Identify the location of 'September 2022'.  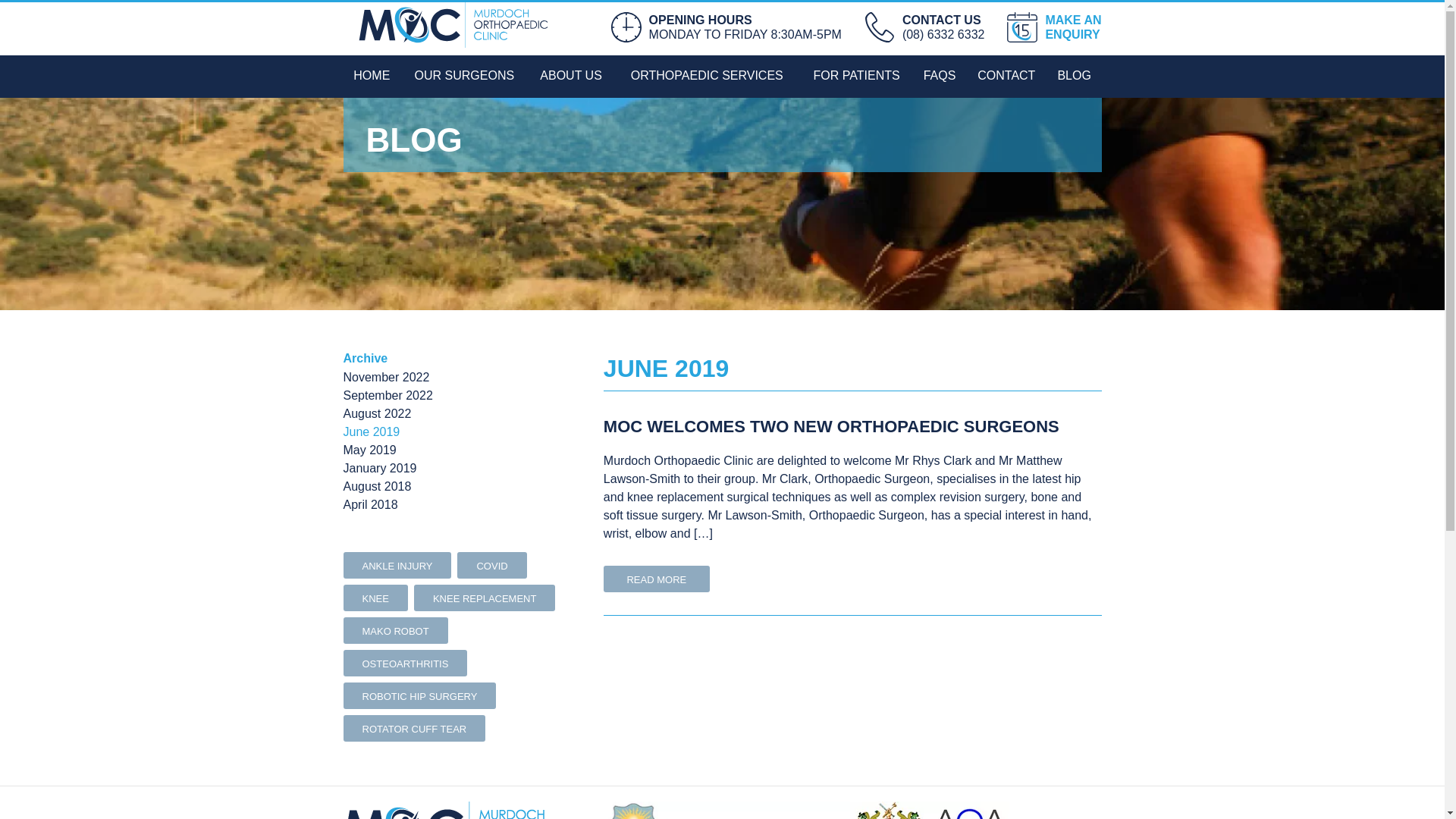
(341, 394).